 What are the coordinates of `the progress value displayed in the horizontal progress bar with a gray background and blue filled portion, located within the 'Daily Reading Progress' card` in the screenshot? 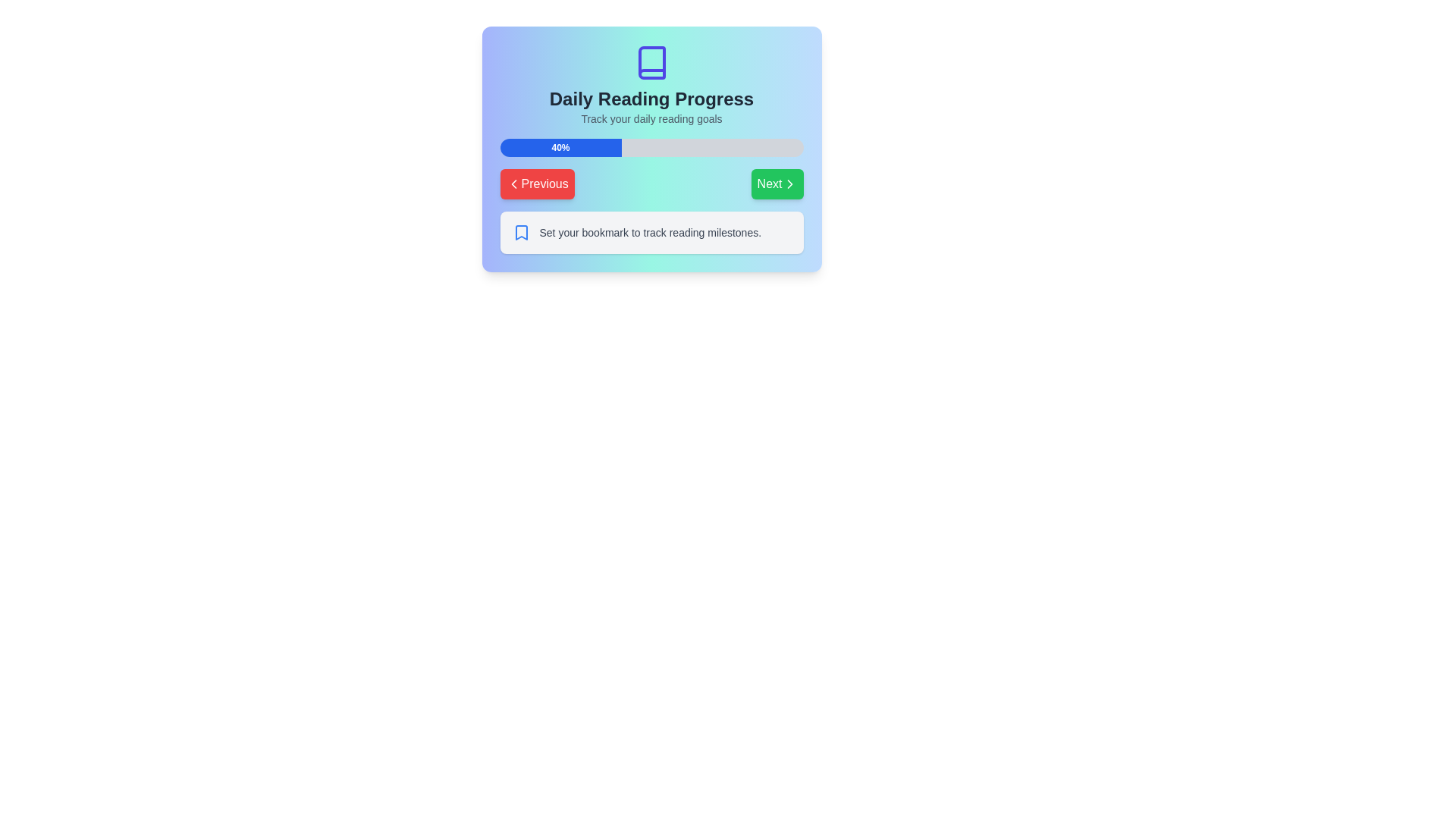 It's located at (651, 148).